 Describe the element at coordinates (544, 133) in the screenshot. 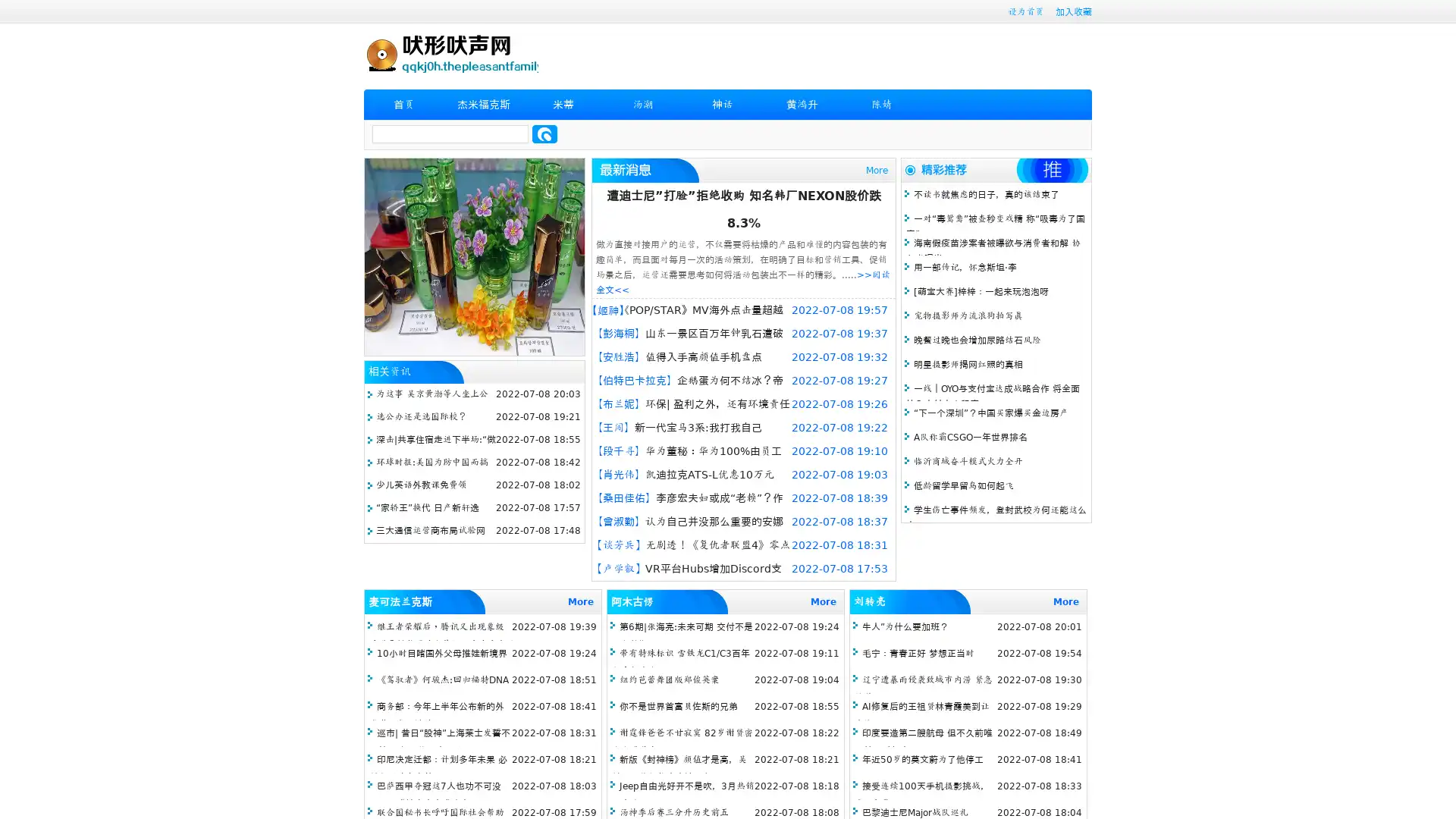

I see `Search` at that location.